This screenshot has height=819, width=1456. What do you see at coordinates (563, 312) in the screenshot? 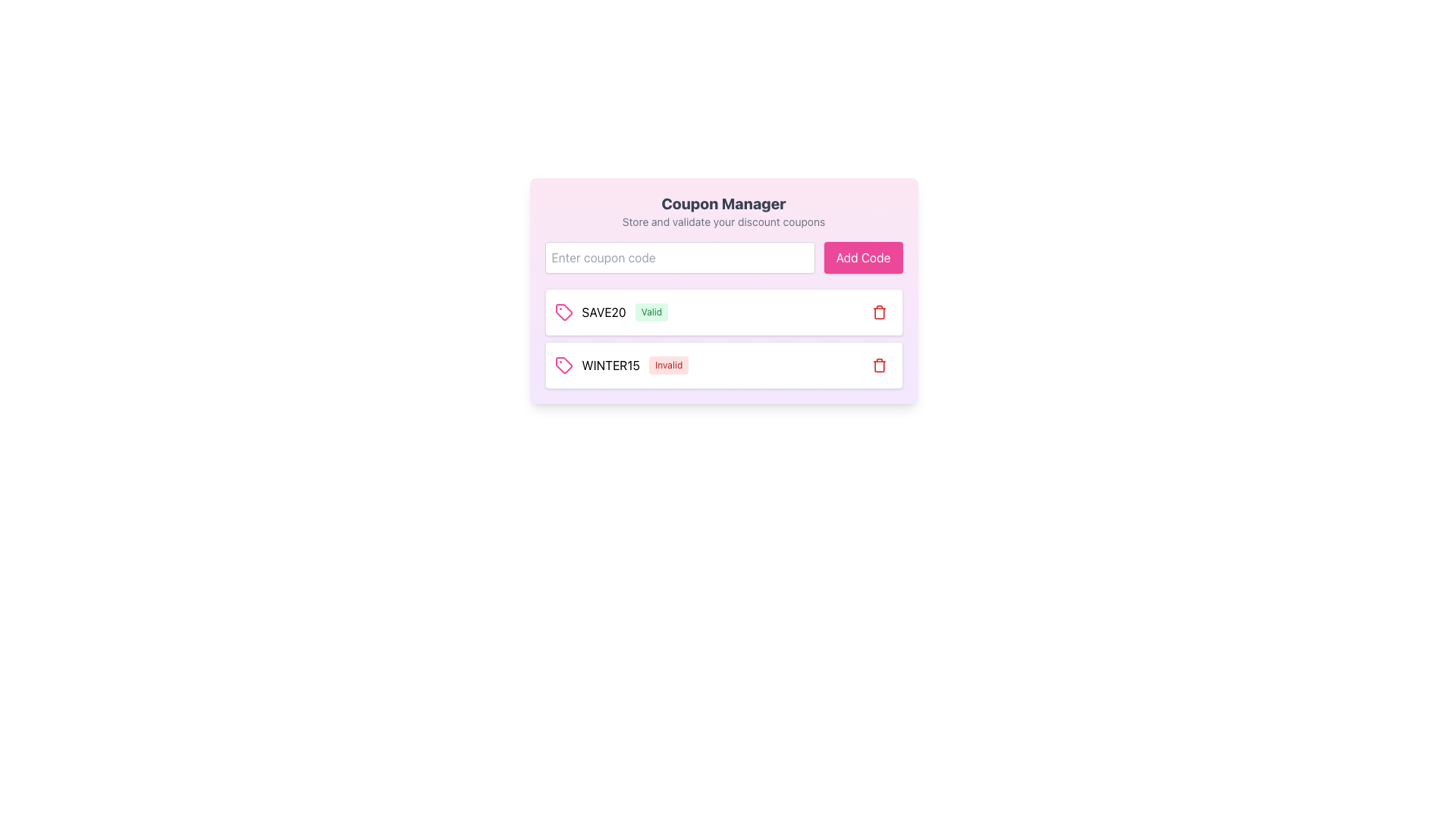
I see `the stylized tag icon with a pink outline located in the top entry of the coupon list, aligned with the text 'SAVE20' and its status 'Valid'` at bounding box center [563, 312].